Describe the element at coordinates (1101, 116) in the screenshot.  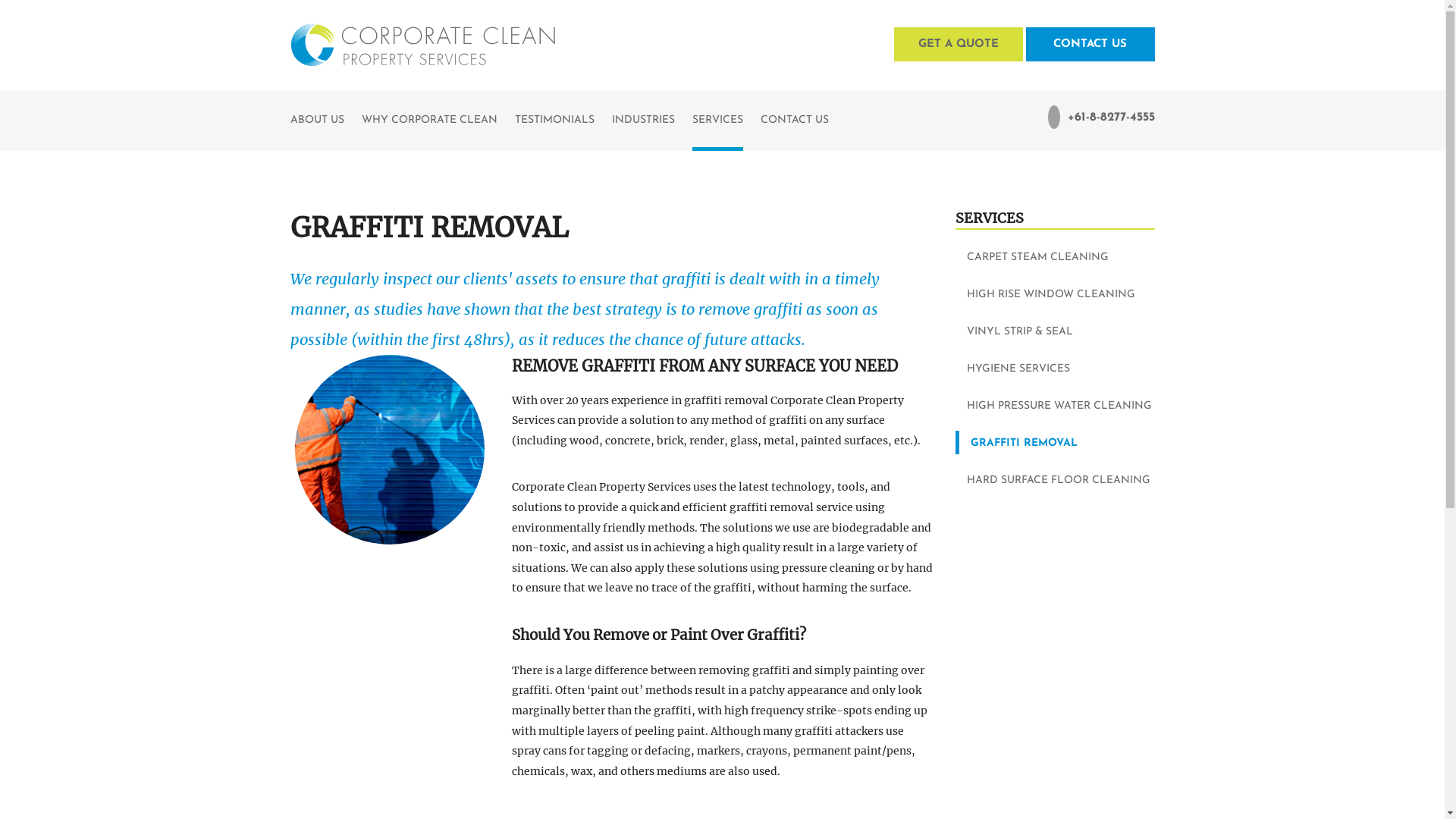
I see `'+61-8-8277-4555'` at that location.